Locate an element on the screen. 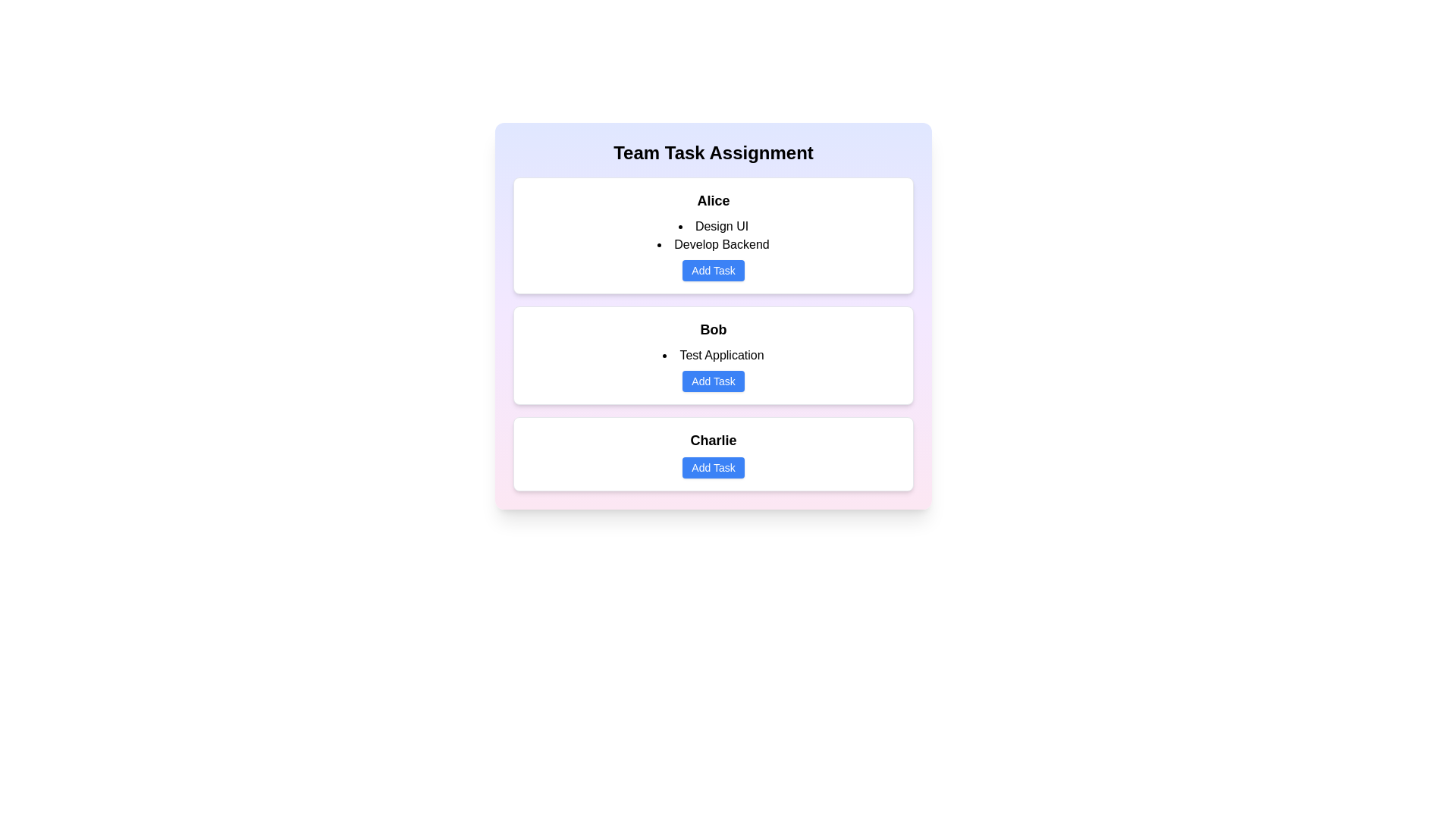  'Add Task' button for Charlie to add a new task is located at coordinates (712, 467).